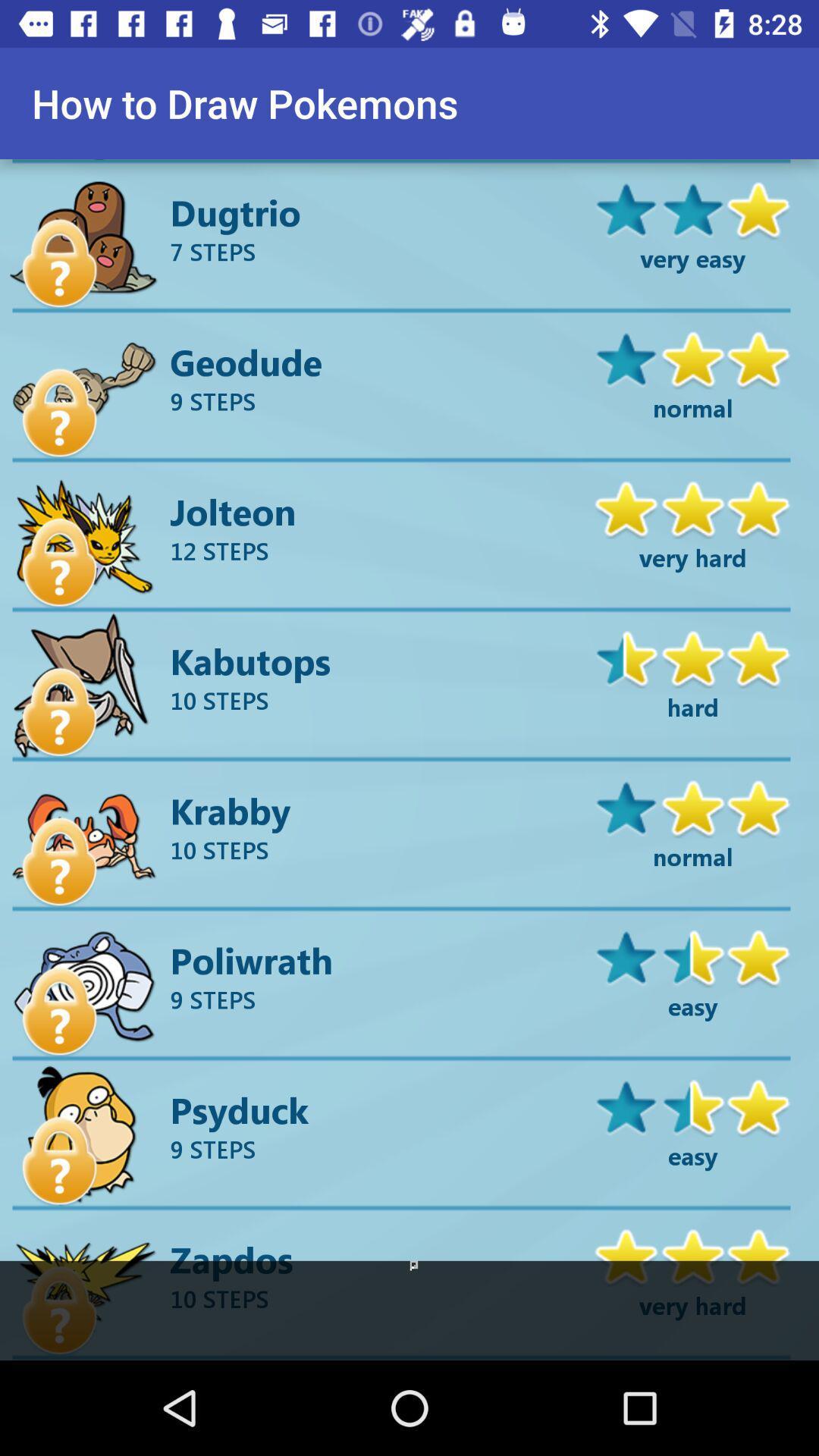 This screenshot has width=819, height=1456. I want to click on the right above very hard  beside jolteon, so click(693, 507).